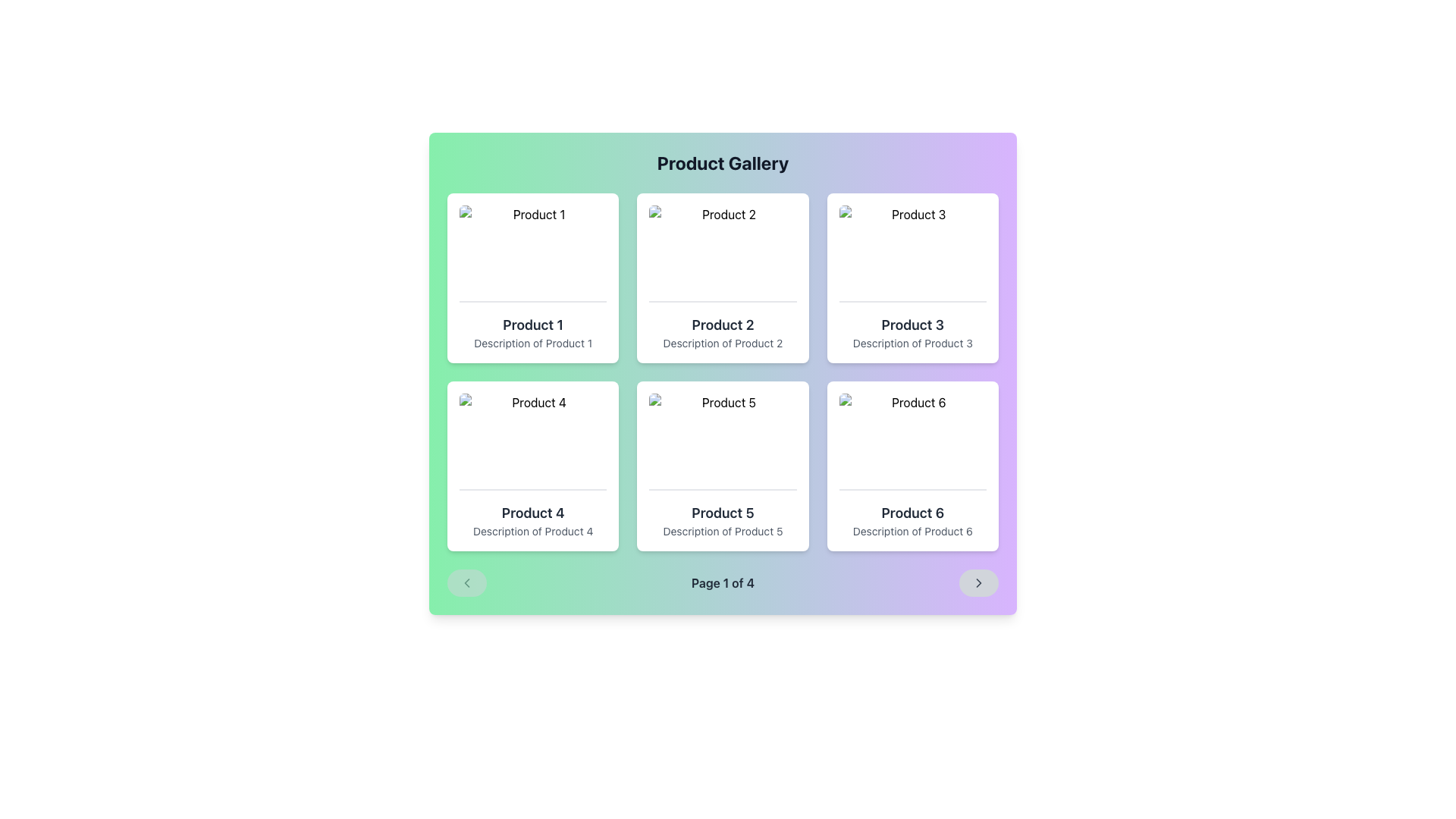 The height and width of the screenshot is (819, 1456). What do you see at coordinates (912, 531) in the screenshot?
I see `the Text Label that provides additional information about Product 6, located at the bottom-right card, last in the second row of the grid layout` at bounding box center [912, 531].